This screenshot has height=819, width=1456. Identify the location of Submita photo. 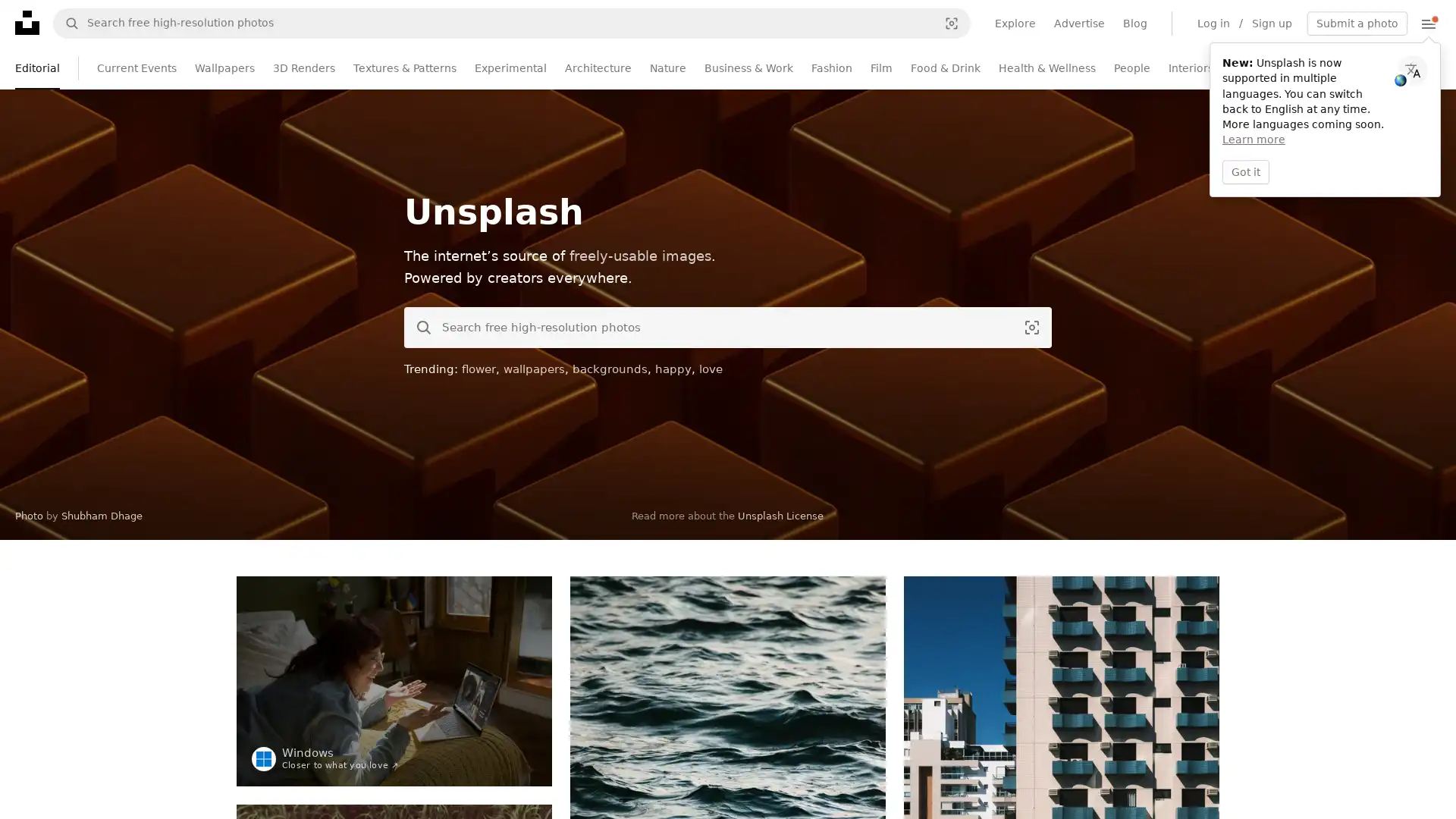
(1357, 23).